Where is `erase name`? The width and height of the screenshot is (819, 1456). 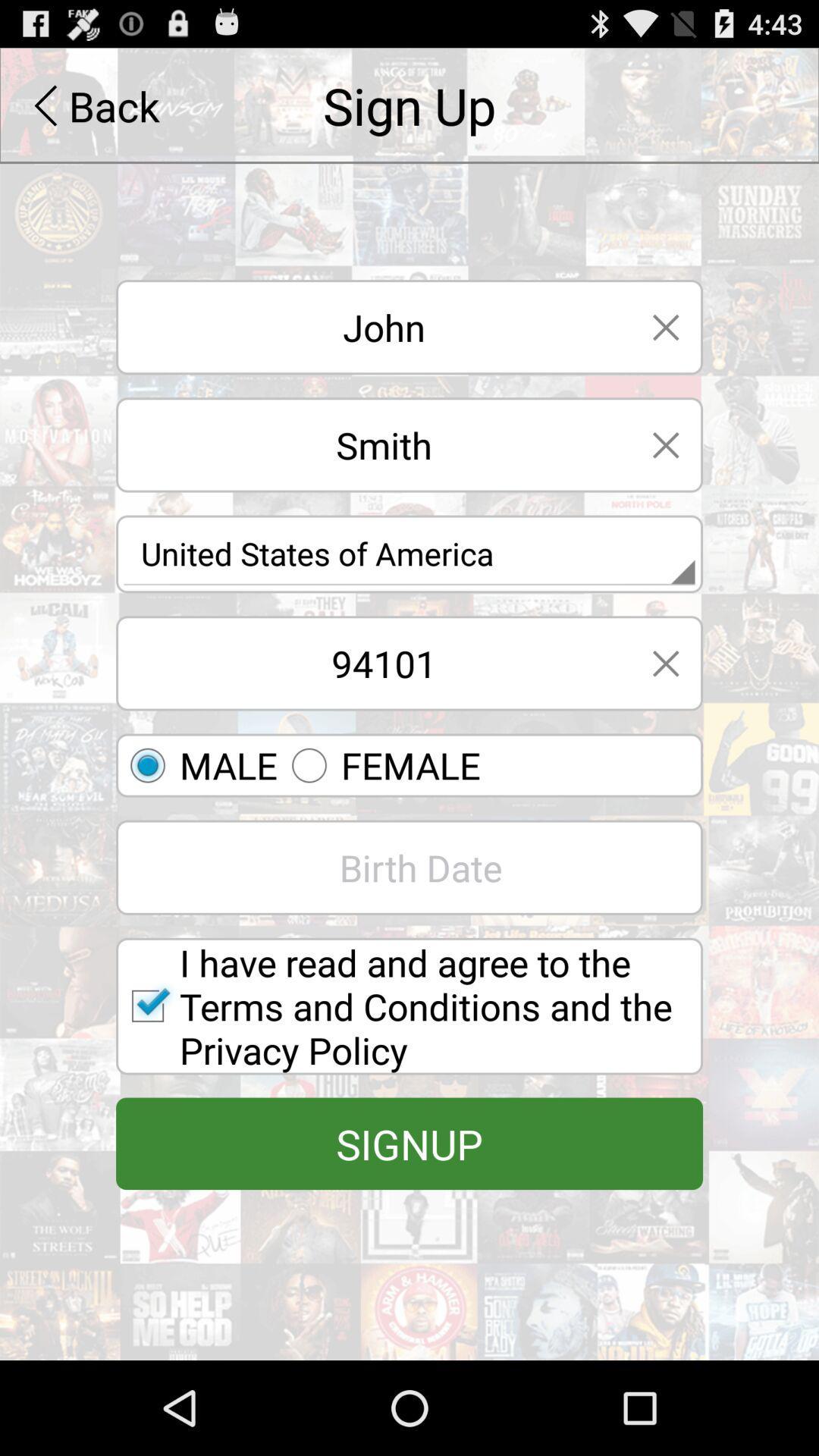
erase name is located at coordinates (665, 326).